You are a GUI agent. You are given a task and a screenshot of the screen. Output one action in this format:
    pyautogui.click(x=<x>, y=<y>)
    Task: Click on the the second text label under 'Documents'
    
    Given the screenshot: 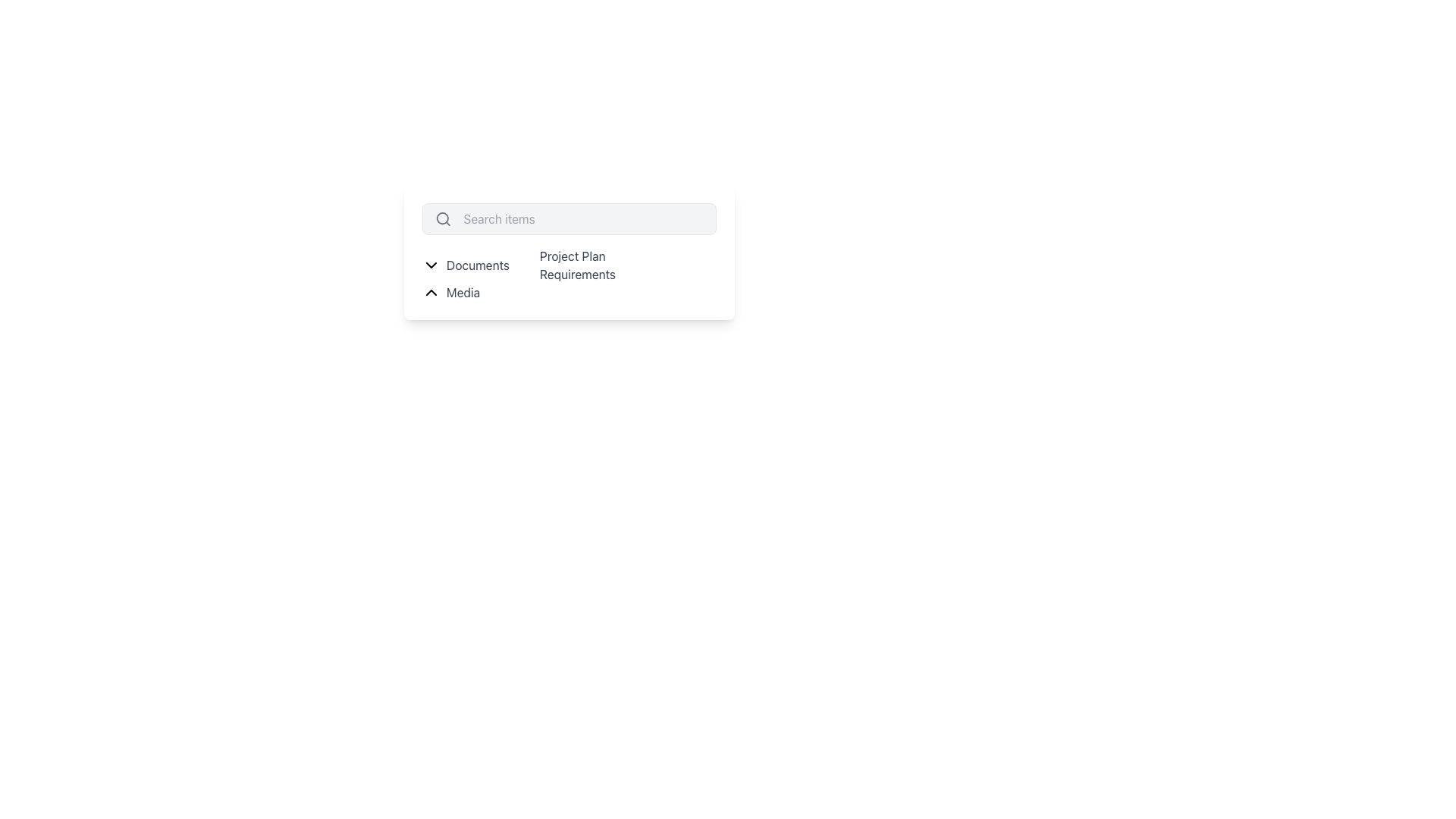 What is the action you would take?
    pyautogui.click(x=570, y=275)
    